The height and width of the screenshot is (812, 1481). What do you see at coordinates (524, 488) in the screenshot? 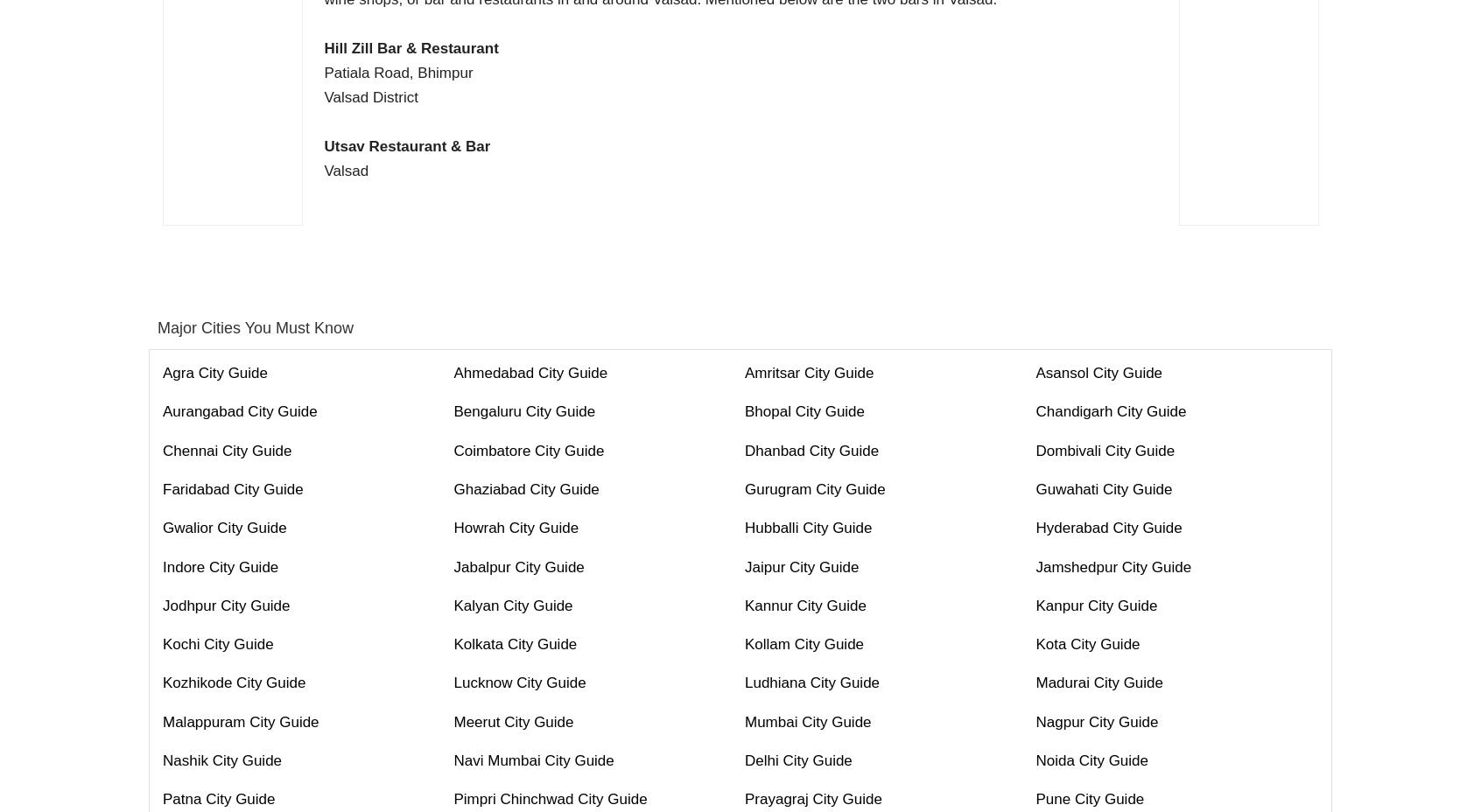
I see `'Ghaziabad City Guide'` at bounding box center [524, 488].